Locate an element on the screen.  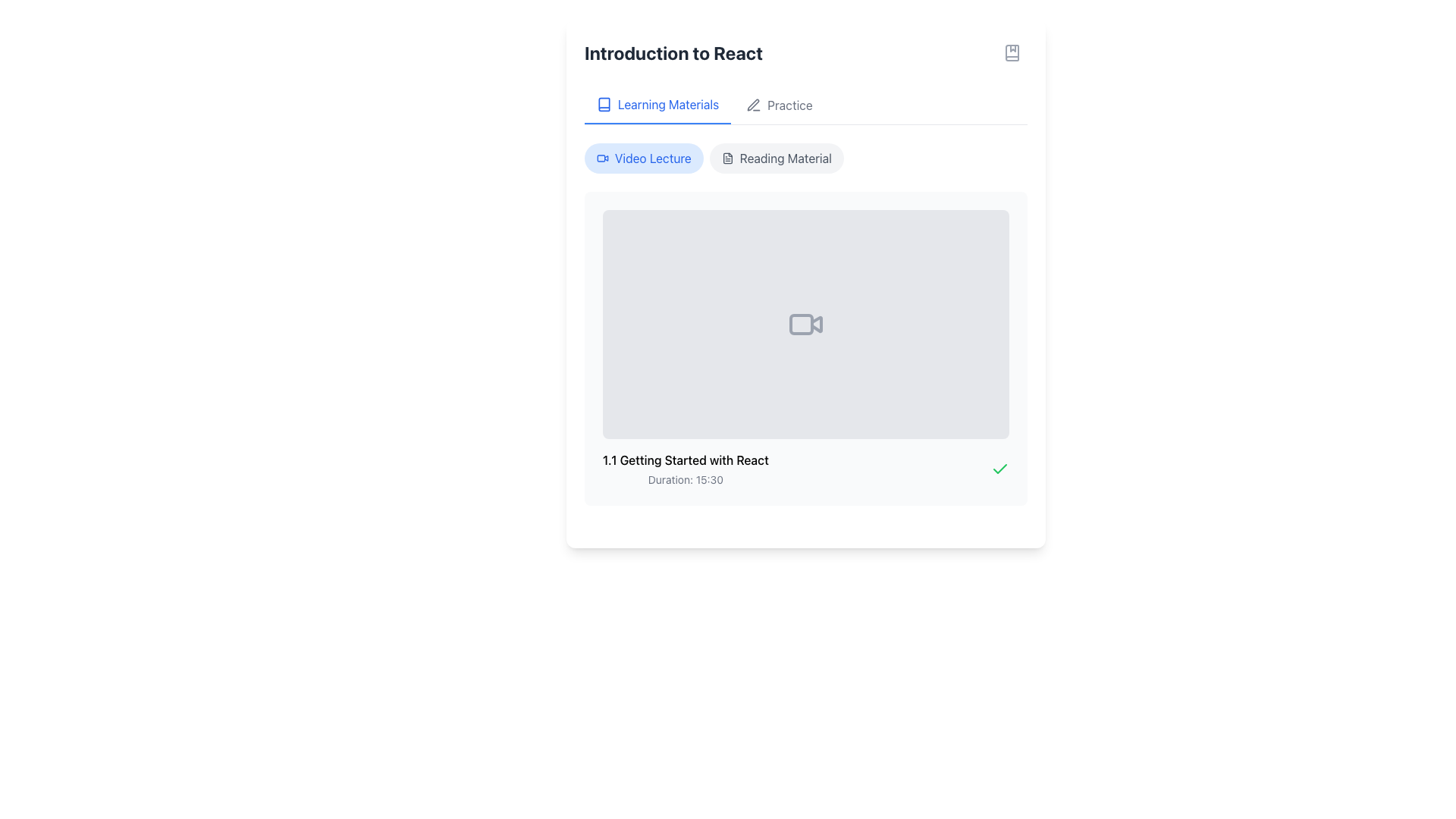
the checkmark icon located in the bottom right region of the video lecture card, indicating completion or selection is located at coordinates (1000, 467).